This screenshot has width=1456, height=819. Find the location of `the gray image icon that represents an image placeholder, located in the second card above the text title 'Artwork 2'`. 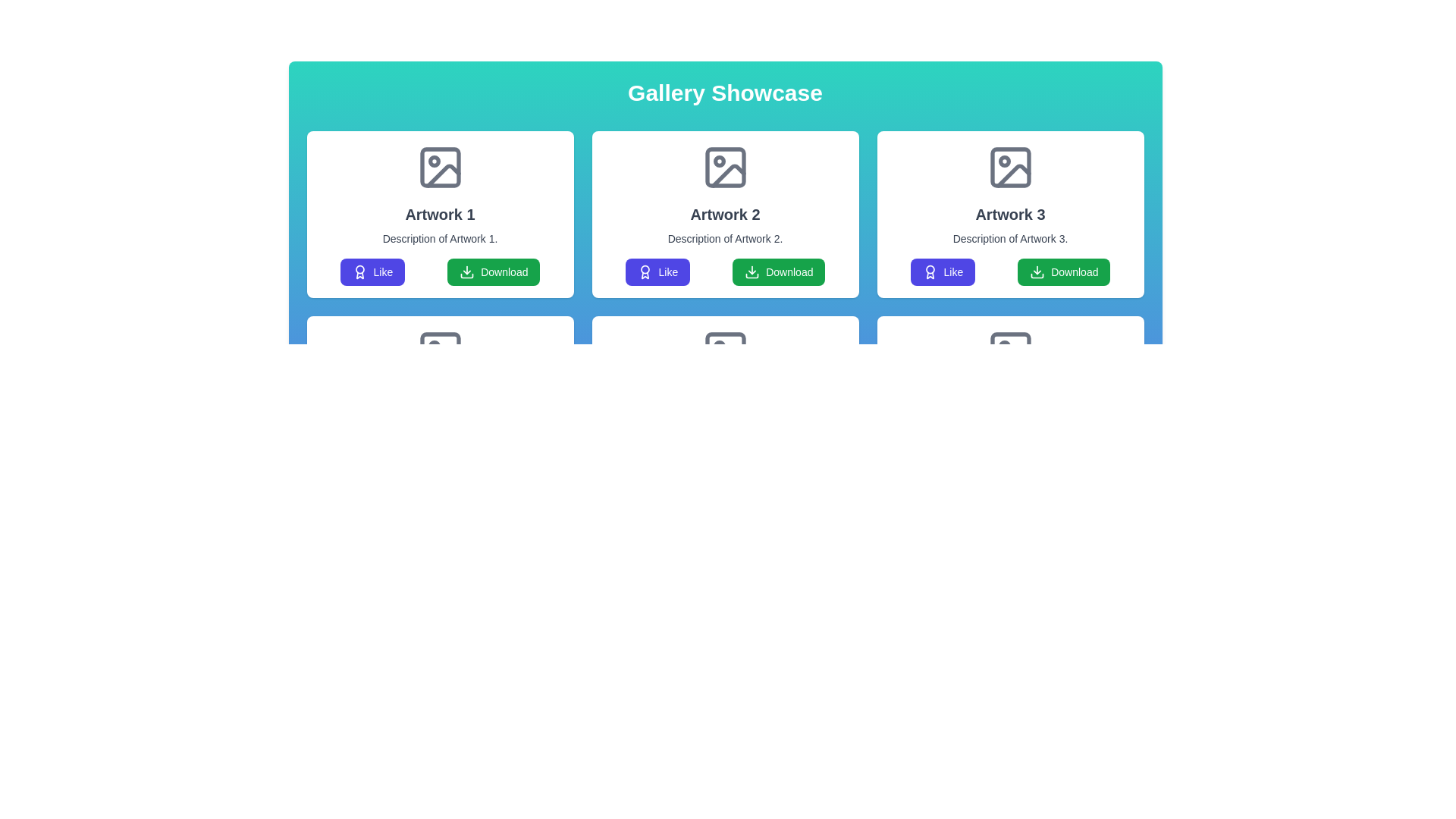

the gray image icon that represents an image placeholder, located in the second card above the text title 'Artwork 2' is located at coordinates (724, 167).